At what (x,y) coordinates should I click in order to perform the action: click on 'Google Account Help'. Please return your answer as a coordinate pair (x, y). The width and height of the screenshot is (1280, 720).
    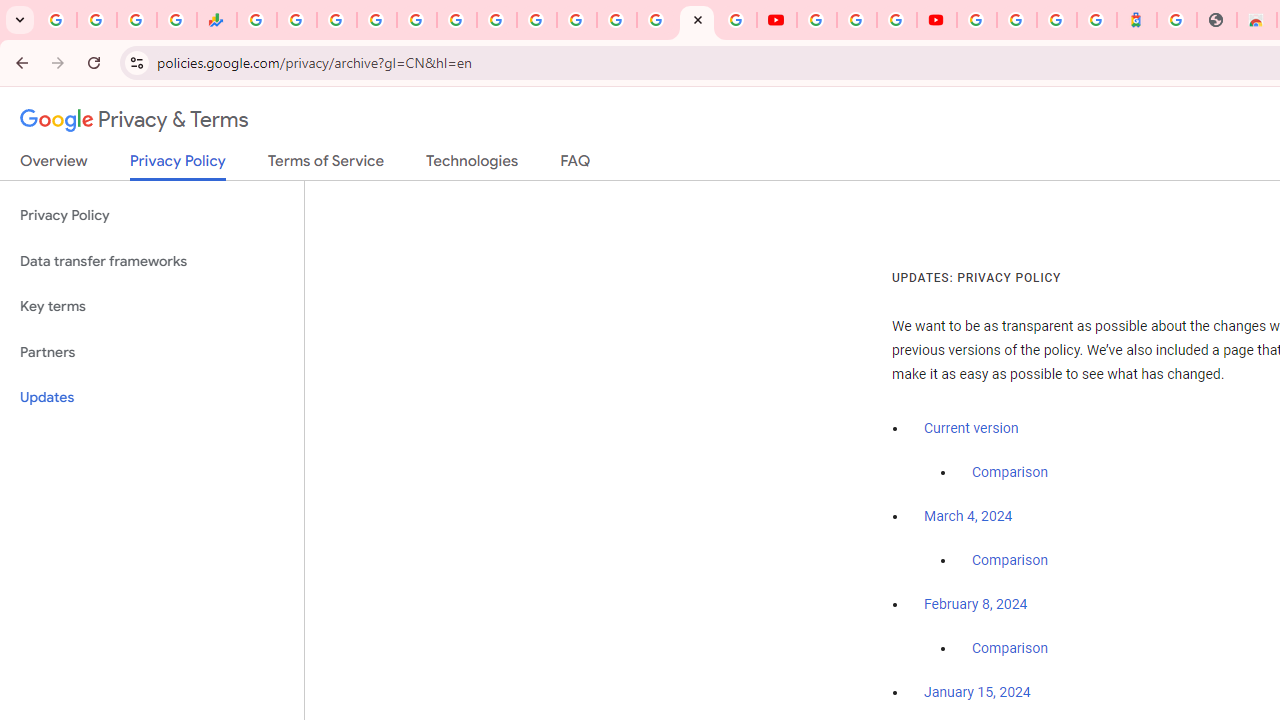
    Looking at the image, I should click on (856, 20).